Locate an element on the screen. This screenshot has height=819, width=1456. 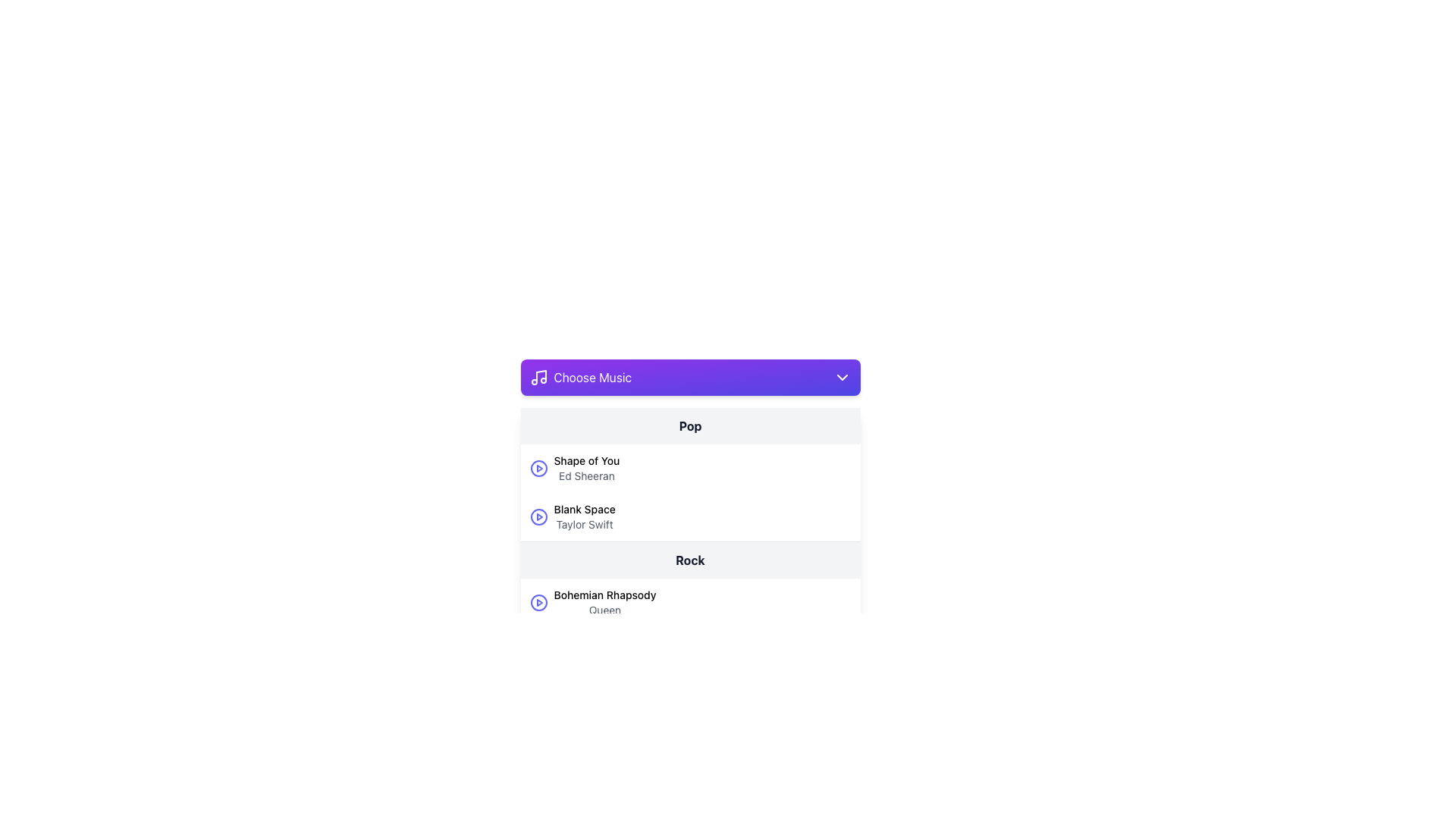
the second list item for the track 'Blank Space' by Taylor Swift in the 'Pop' section is located at coordinates (689, 516).